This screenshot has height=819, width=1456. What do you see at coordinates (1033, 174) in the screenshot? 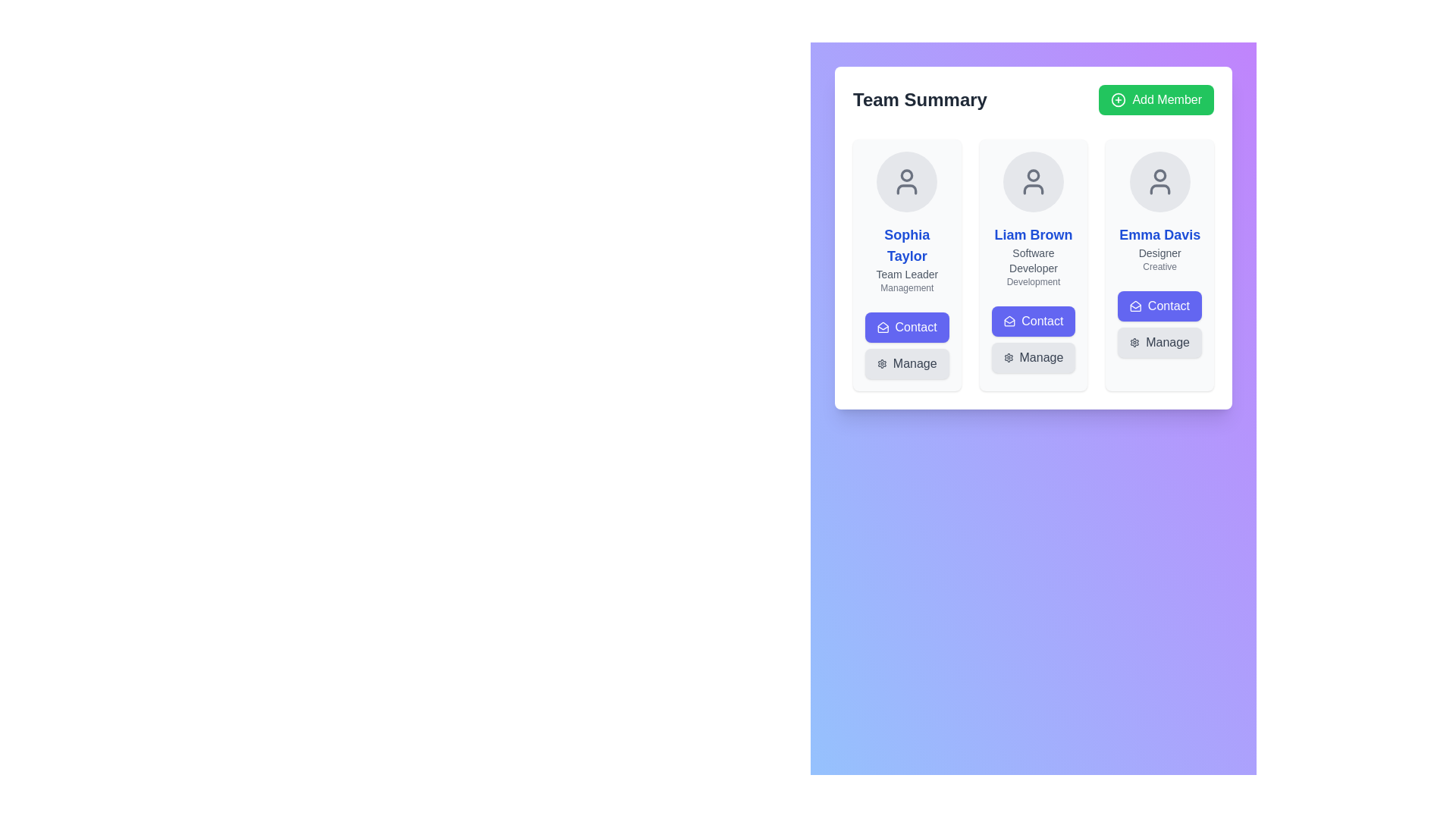
I see `the Circle element of Liam Brown's profile icon, which is located in the upper region of the icon` at bounding box center [1033, 174].